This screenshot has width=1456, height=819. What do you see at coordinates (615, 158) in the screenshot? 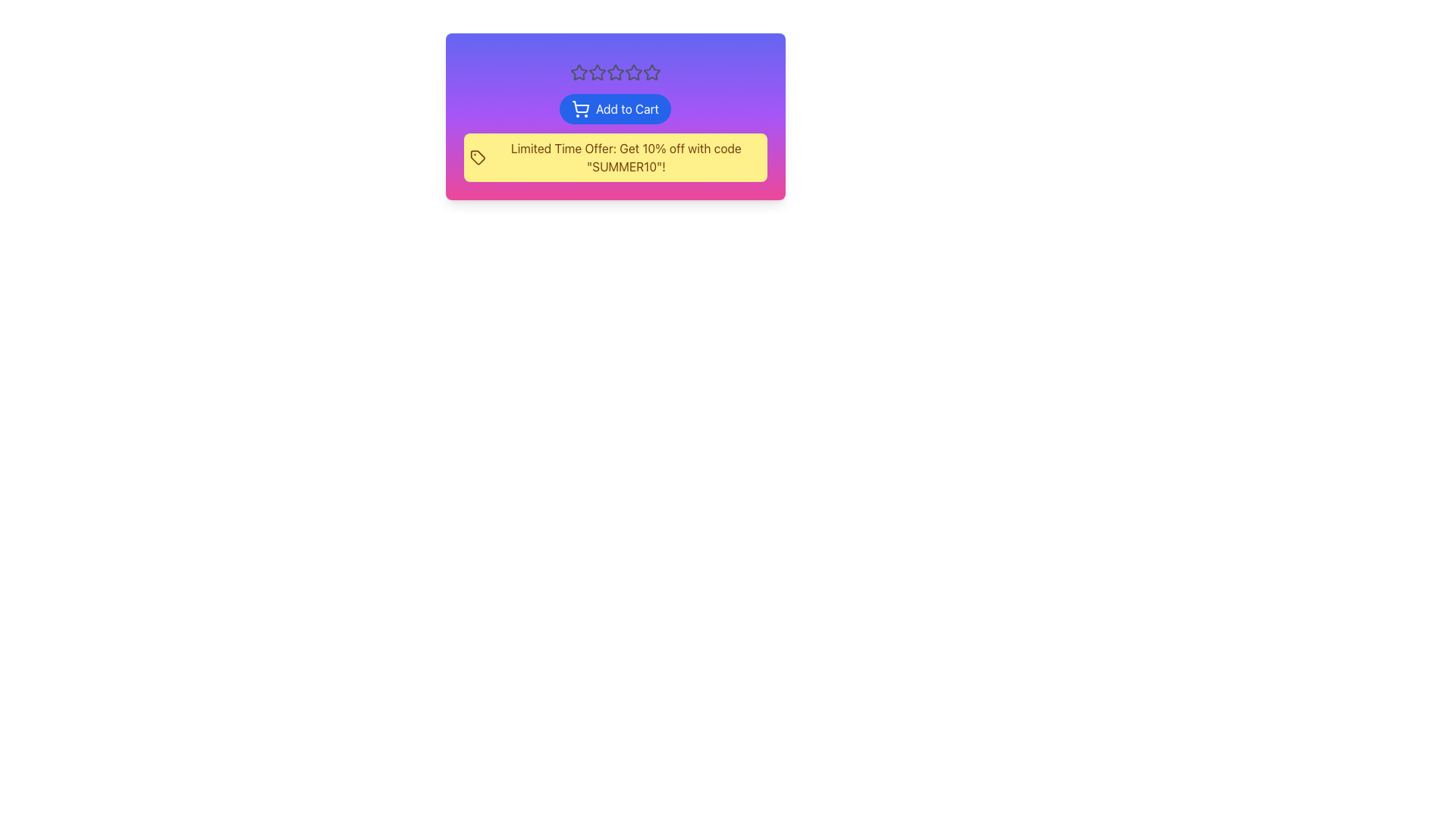
I see `the notification banner with a yellow background and text reading 'Limited Time Offer: Get 10% off with code "SUMMER10"!' positioned below the 'Add to Cart' button` at bounding box center [615, 158].